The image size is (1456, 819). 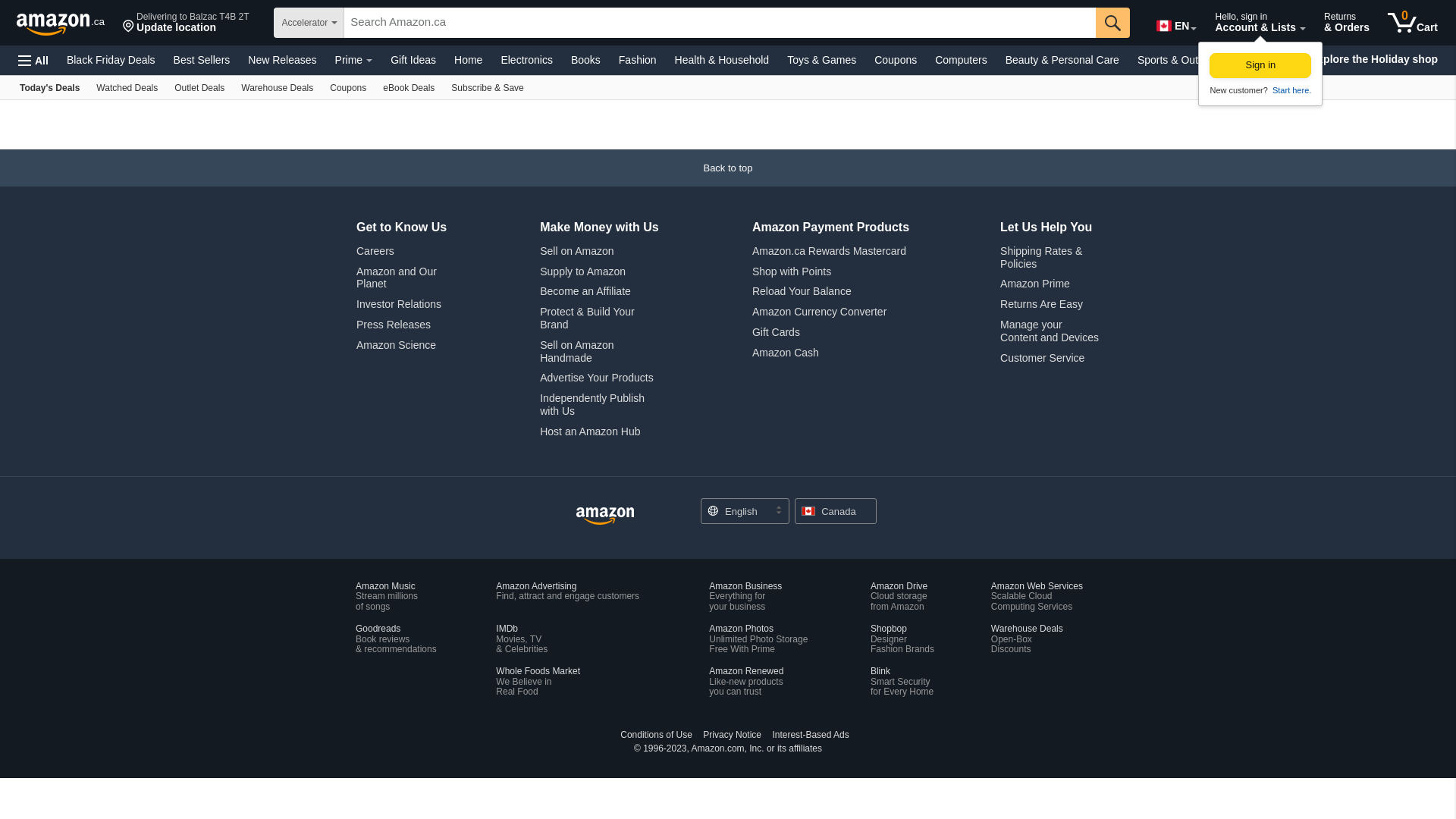 What do you see at coordinates (110, 58) in the screenshot?
I see `'Black Friday Deals'` at bounding box center [110, 58].